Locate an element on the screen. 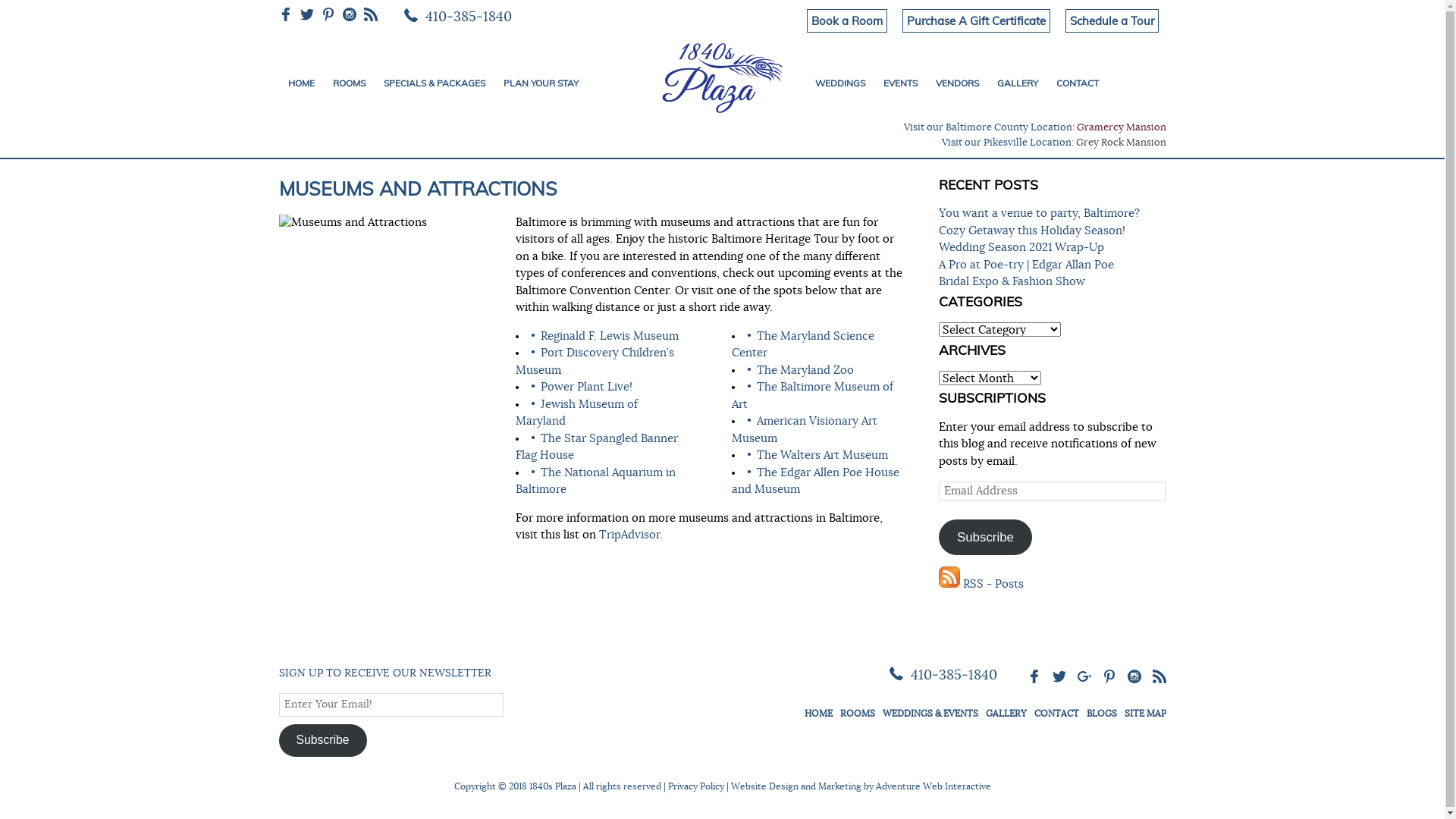 This screenshot has width=1456, height=819. ' RSS - Posts' is located at coordinates (981, 583).